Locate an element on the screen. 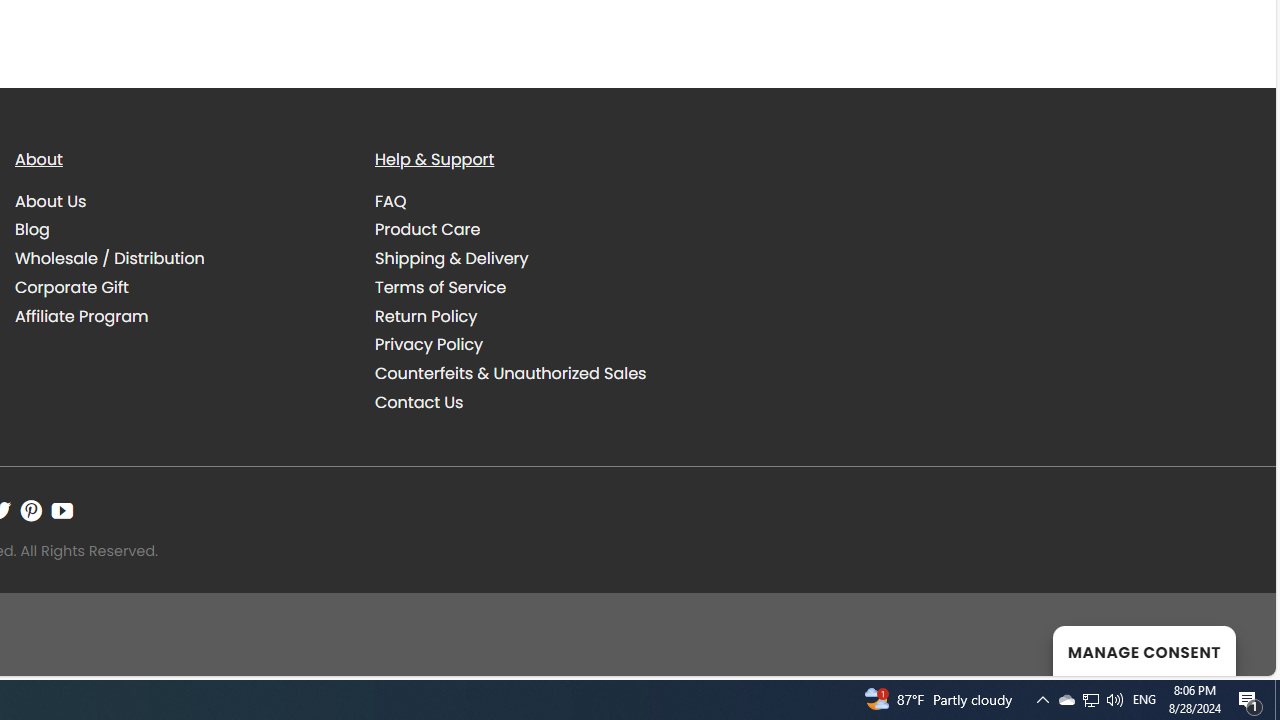 This screenshot has height=720, width=1280. 'Wholesale / Distribution' is located at coordinates (109, 257).